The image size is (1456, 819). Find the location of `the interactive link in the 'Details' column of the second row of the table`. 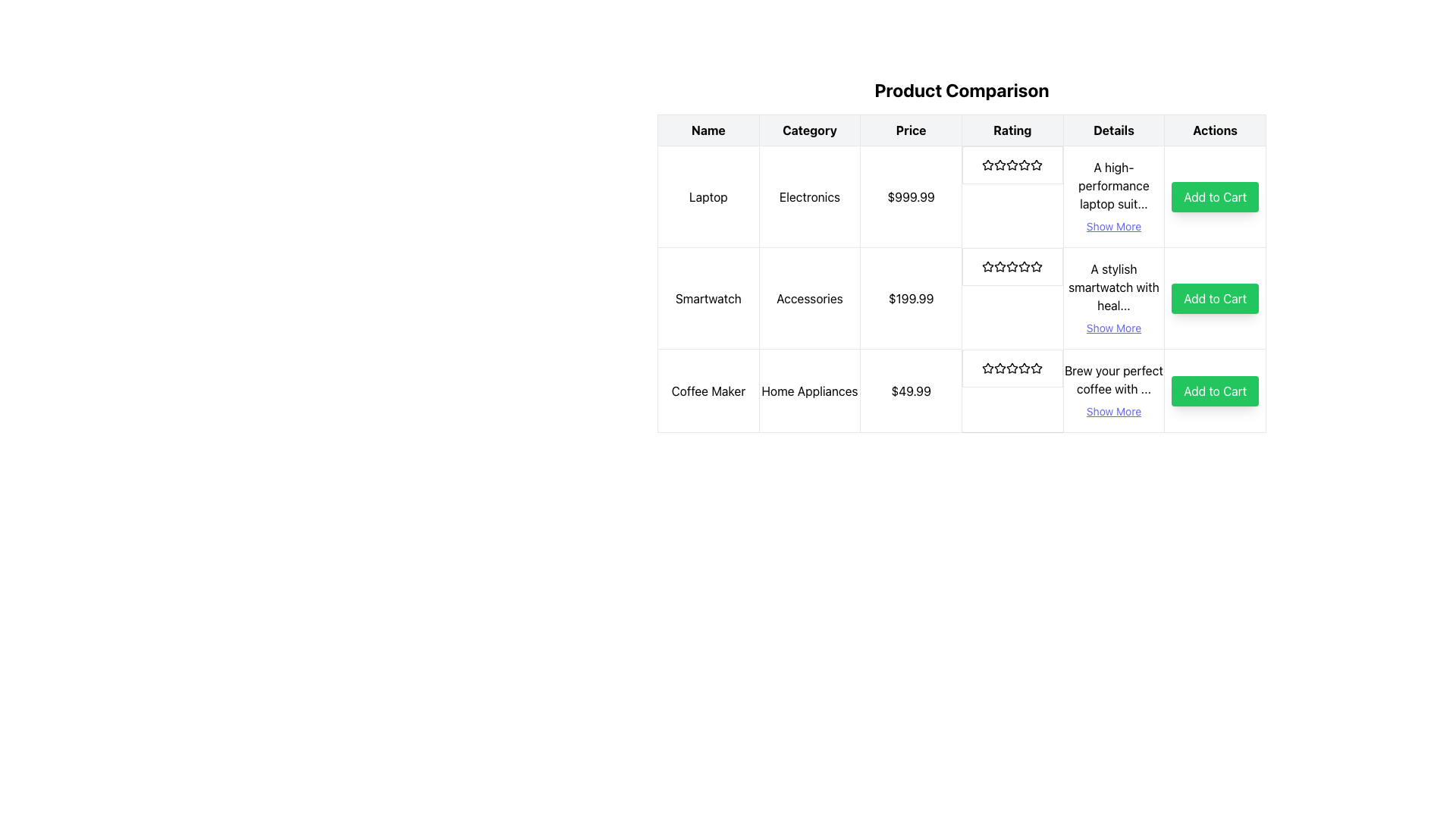

the interactive link in the 'Details' column of the second row of the table is located at coordinates (1113, 327).